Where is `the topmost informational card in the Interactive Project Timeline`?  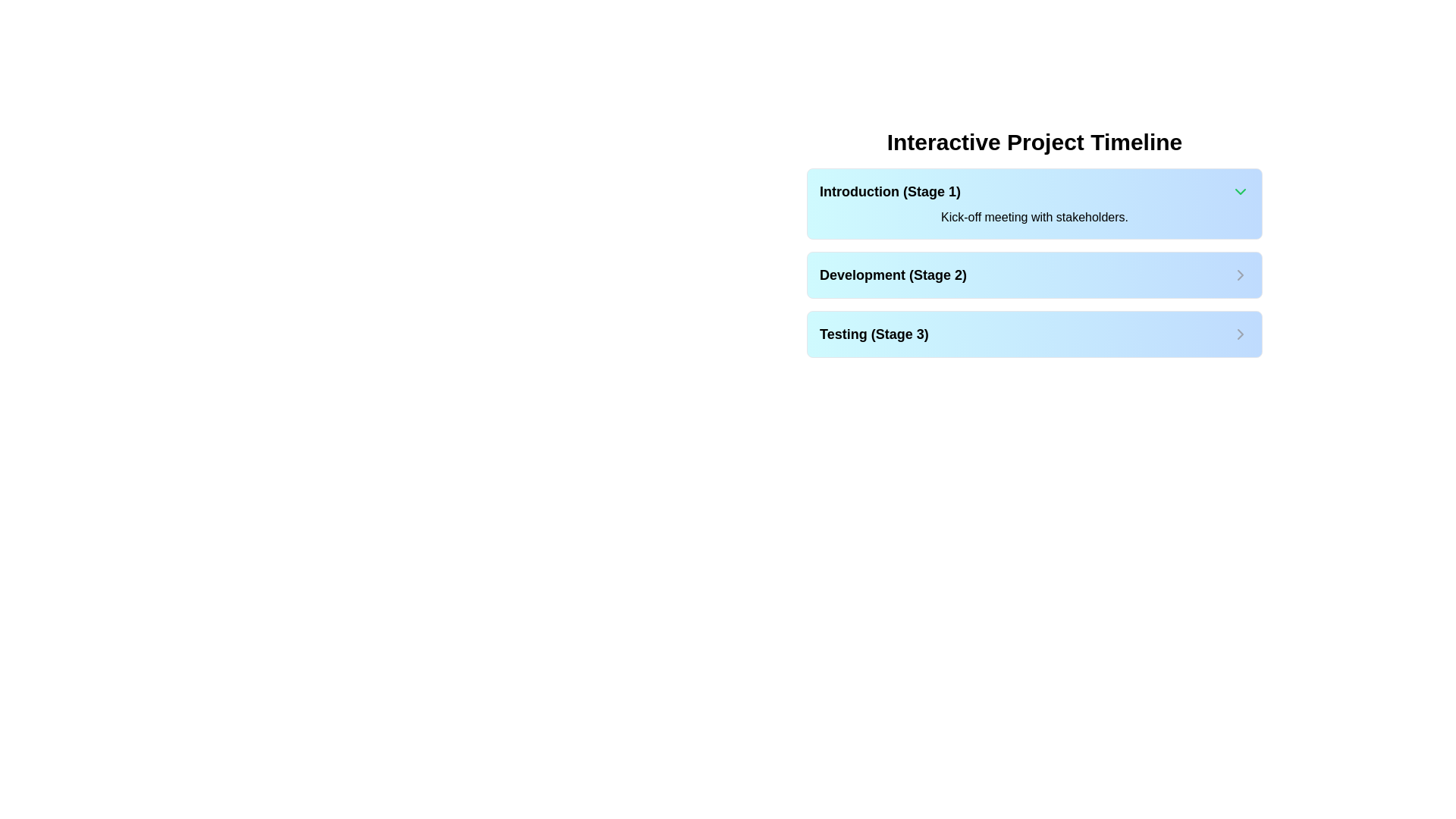 the topmost informational card in the Interactive Project Timeline is located at coordinates (1034, 203).